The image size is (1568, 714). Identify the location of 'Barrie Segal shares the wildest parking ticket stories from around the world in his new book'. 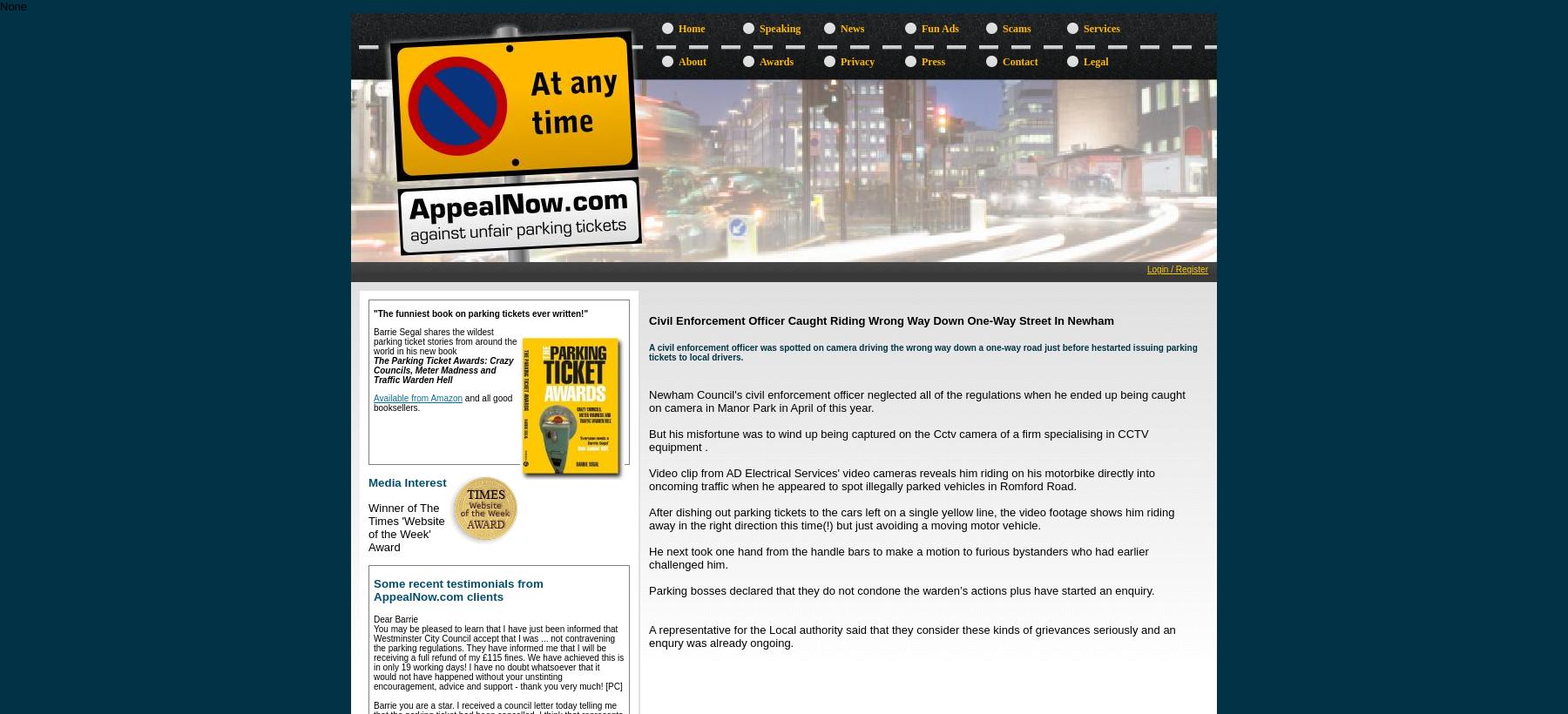
(373, 341).